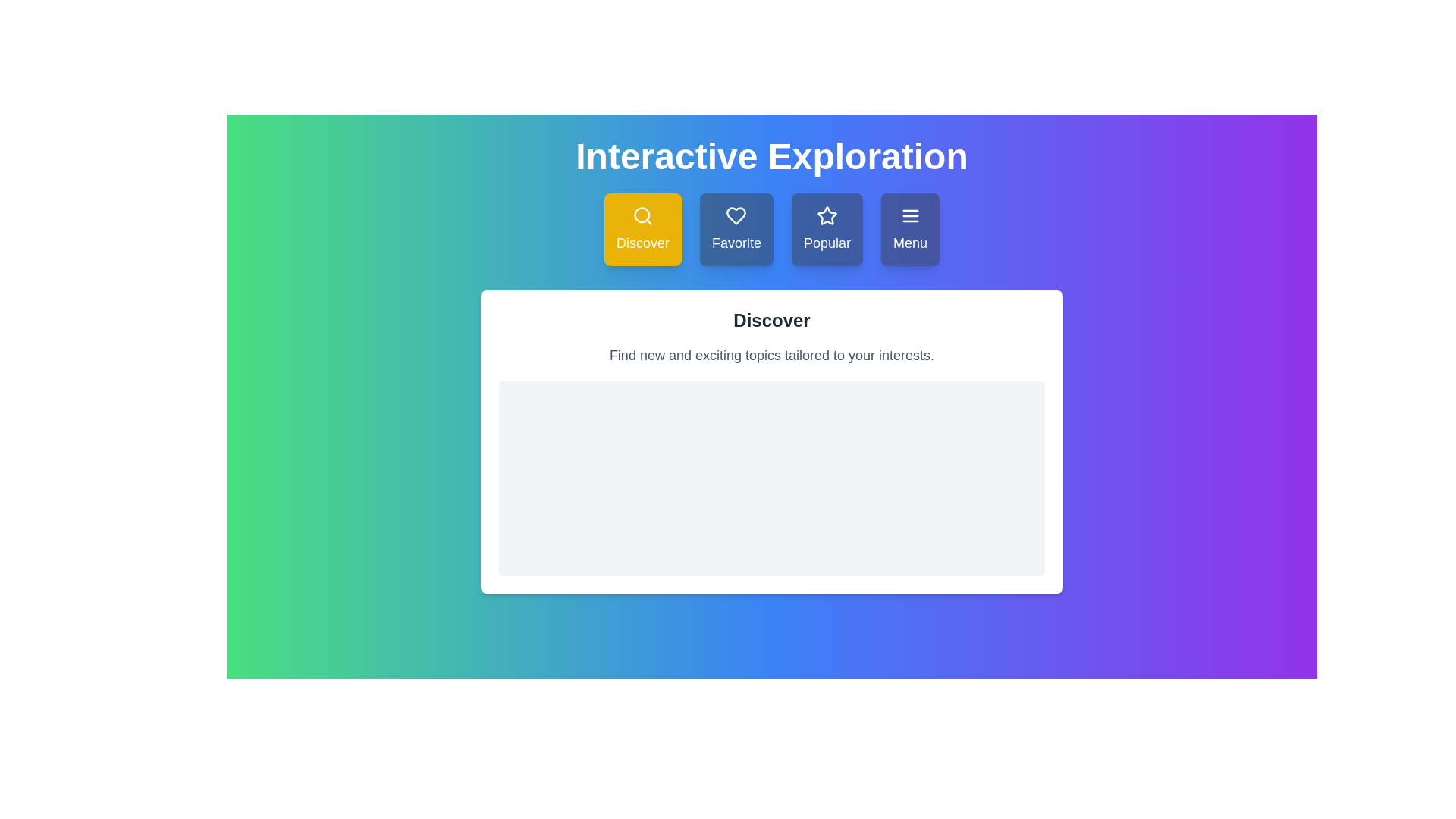  Describe the element at coordinates (642, 230) in the screenshot. I see `the 'Discover' button to observe its hover effect` at that location.